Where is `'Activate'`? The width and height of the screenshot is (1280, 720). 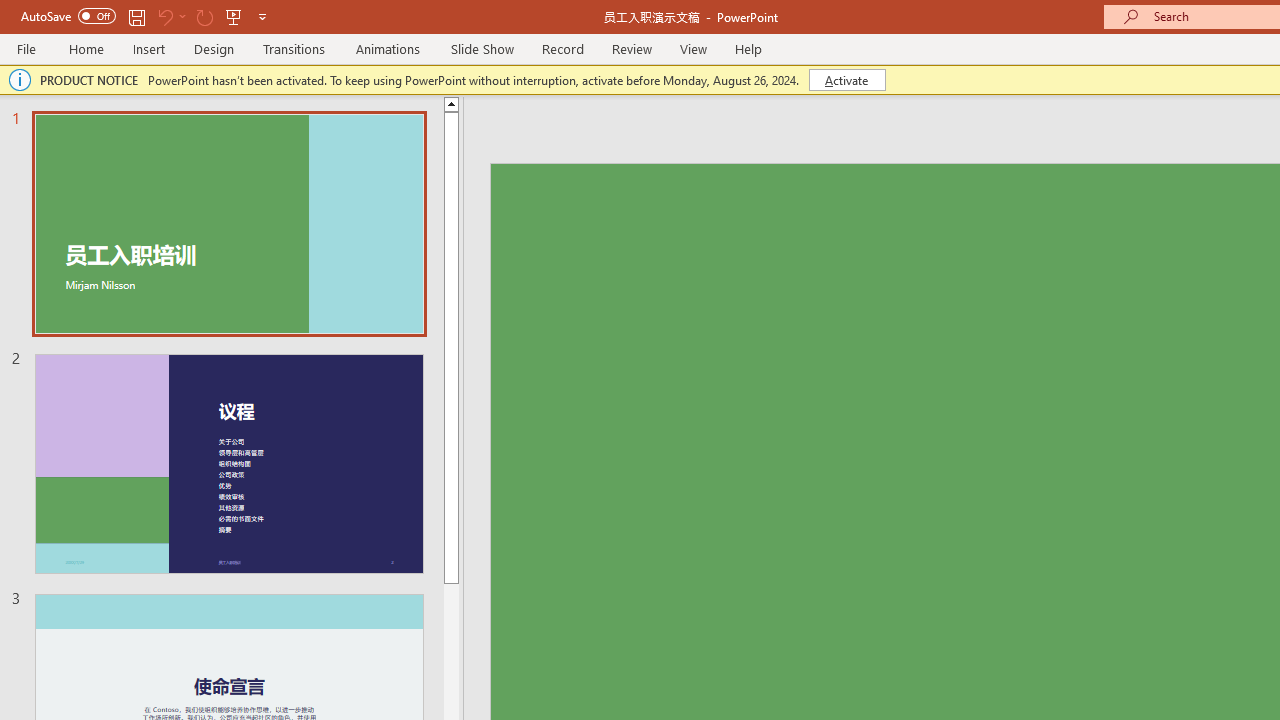 'Activate' is located at coordinates (847, 78).